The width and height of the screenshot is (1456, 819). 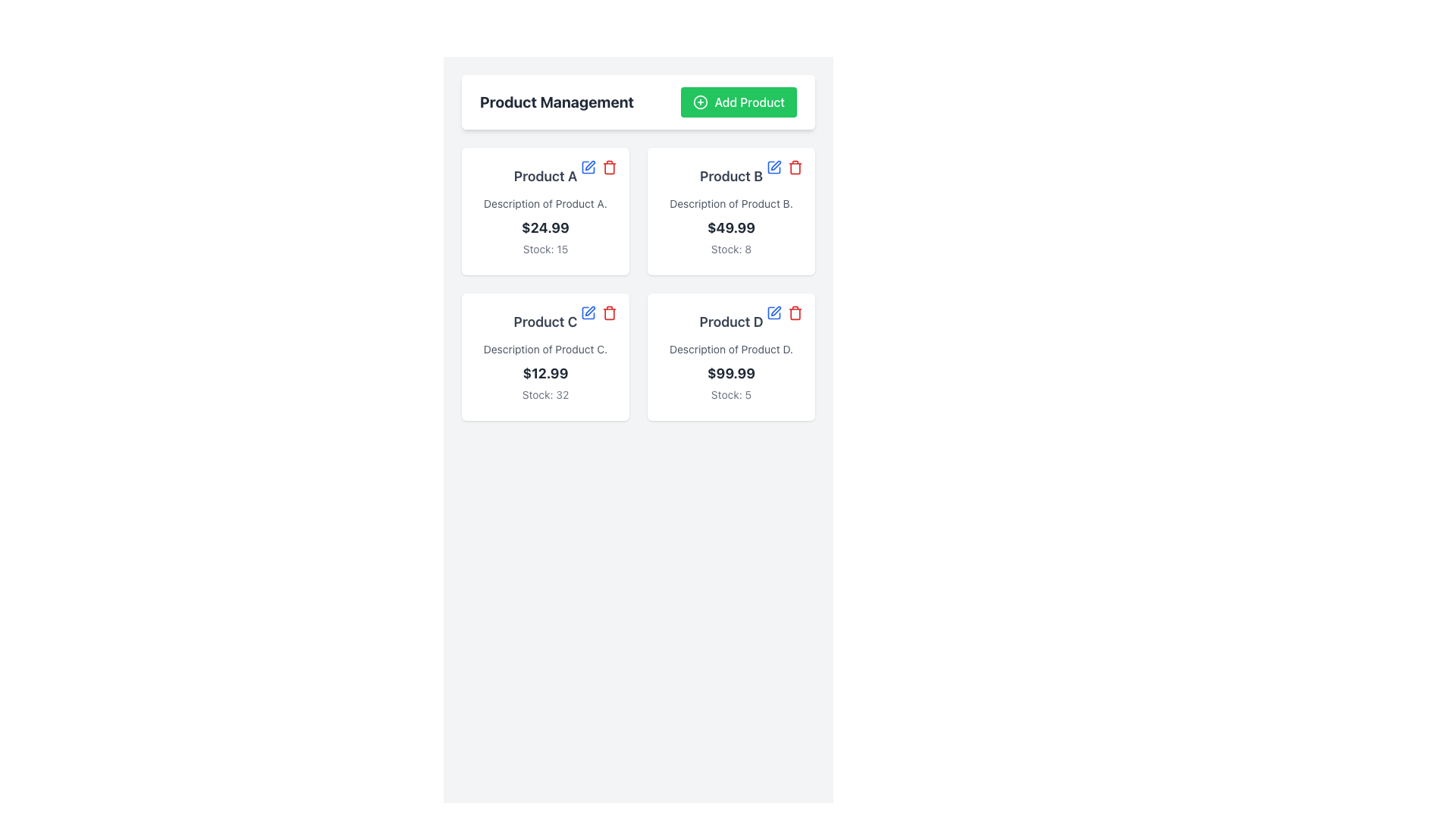 I want to click on the static text label that provides supplementary information about 'Product B', located below the product title and above the price information, so click(x=731, y=203).